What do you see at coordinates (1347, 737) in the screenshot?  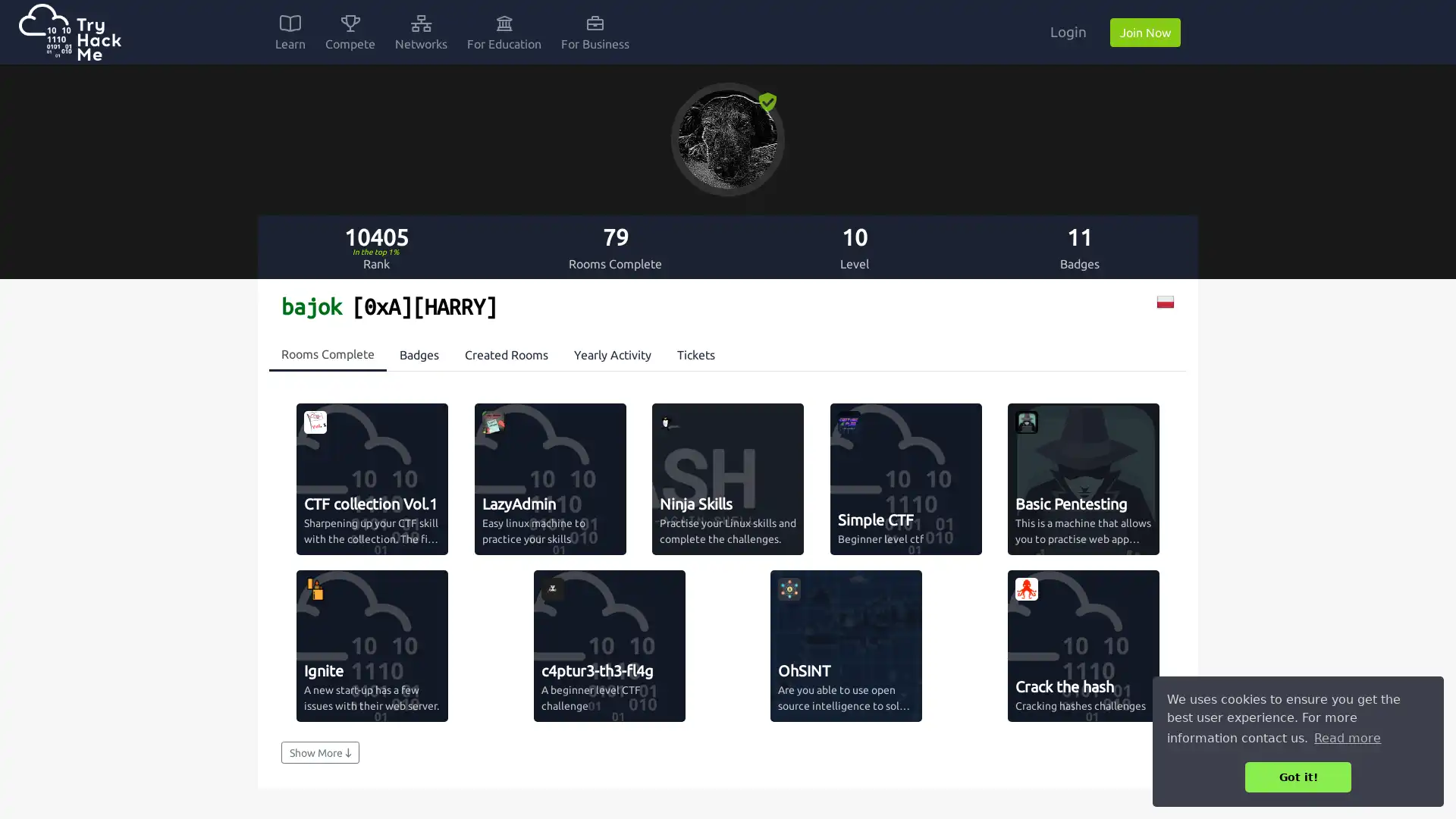 I see `learn more about cookies` at bounding box center [1347, 737].